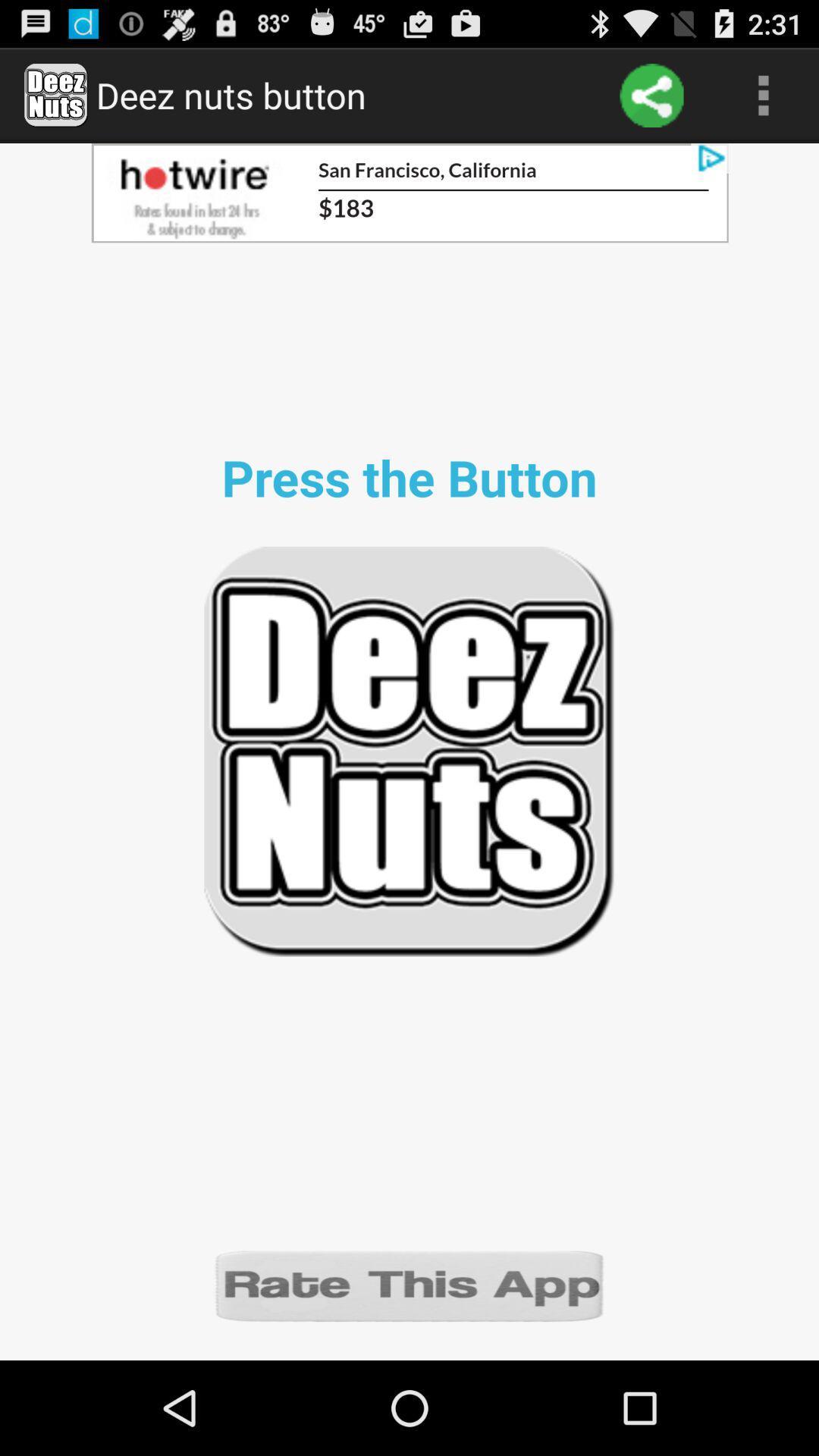  I want to click on rate this app, so click(409, 1284).